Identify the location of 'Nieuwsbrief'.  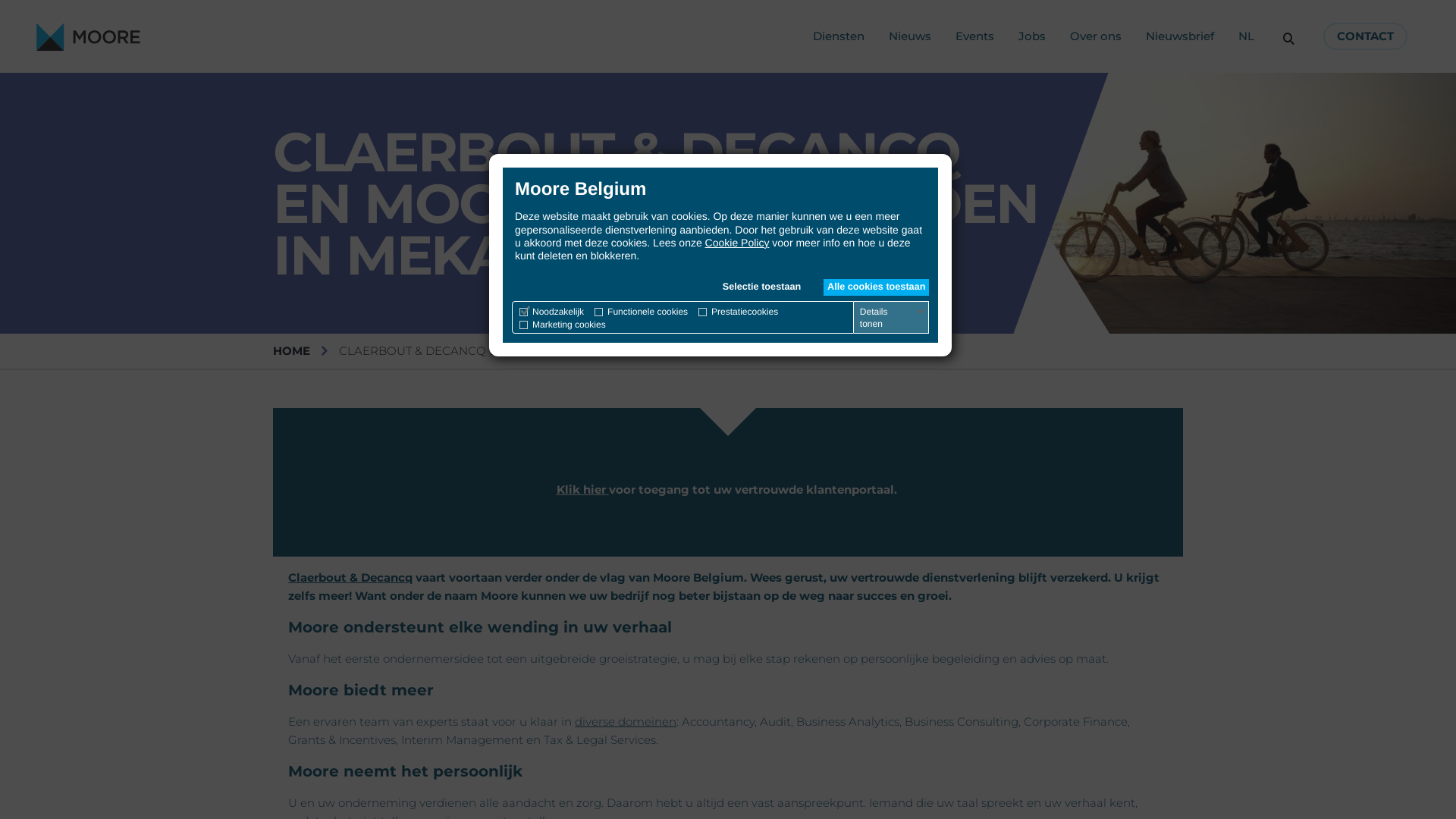
(1178, 35).